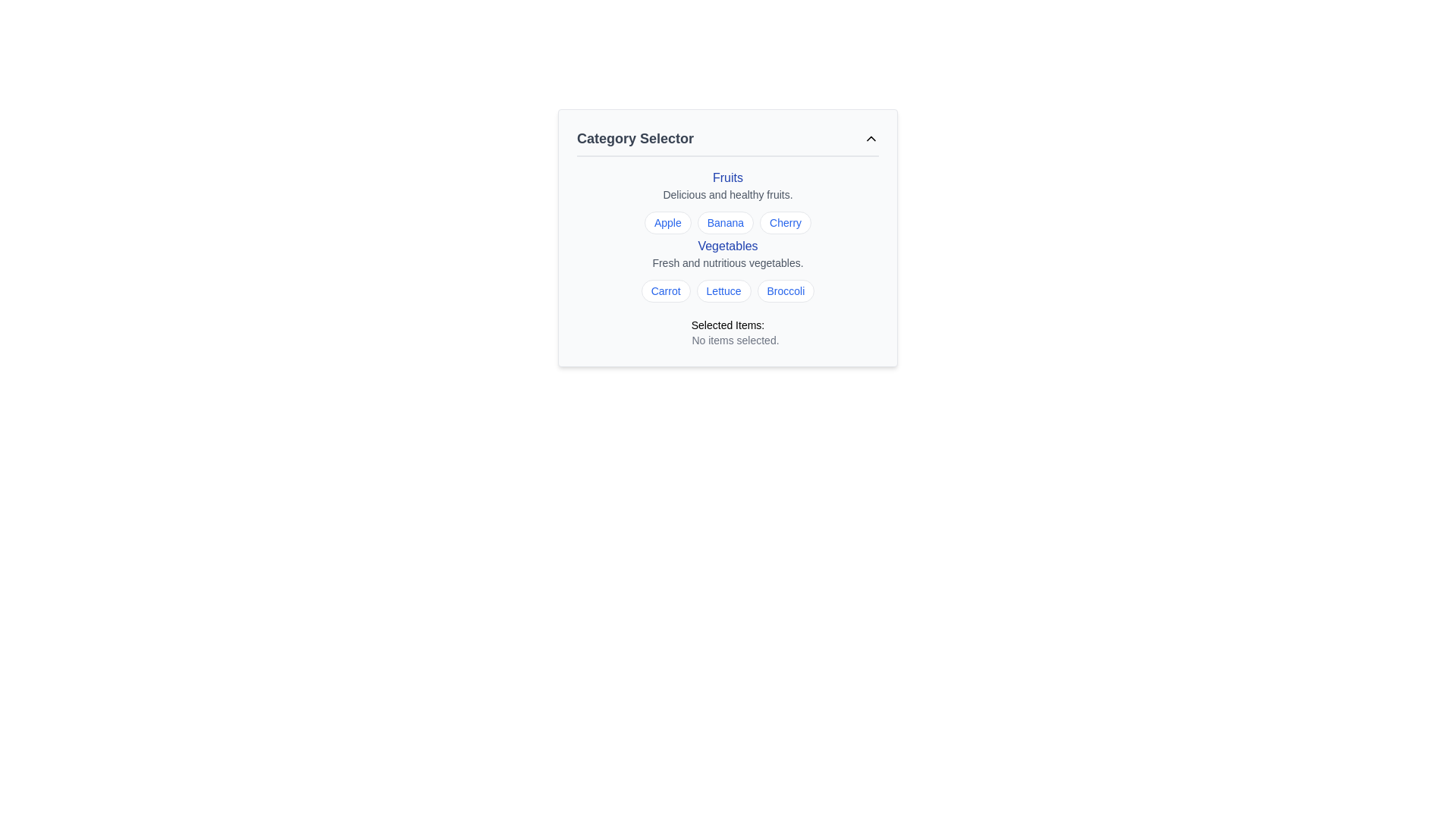  What do you see at coordinates (666, 291) in the screenshot?
I see `the 'Carrot' button in the 'Vegetables' category` at bounding box center [666, 291].